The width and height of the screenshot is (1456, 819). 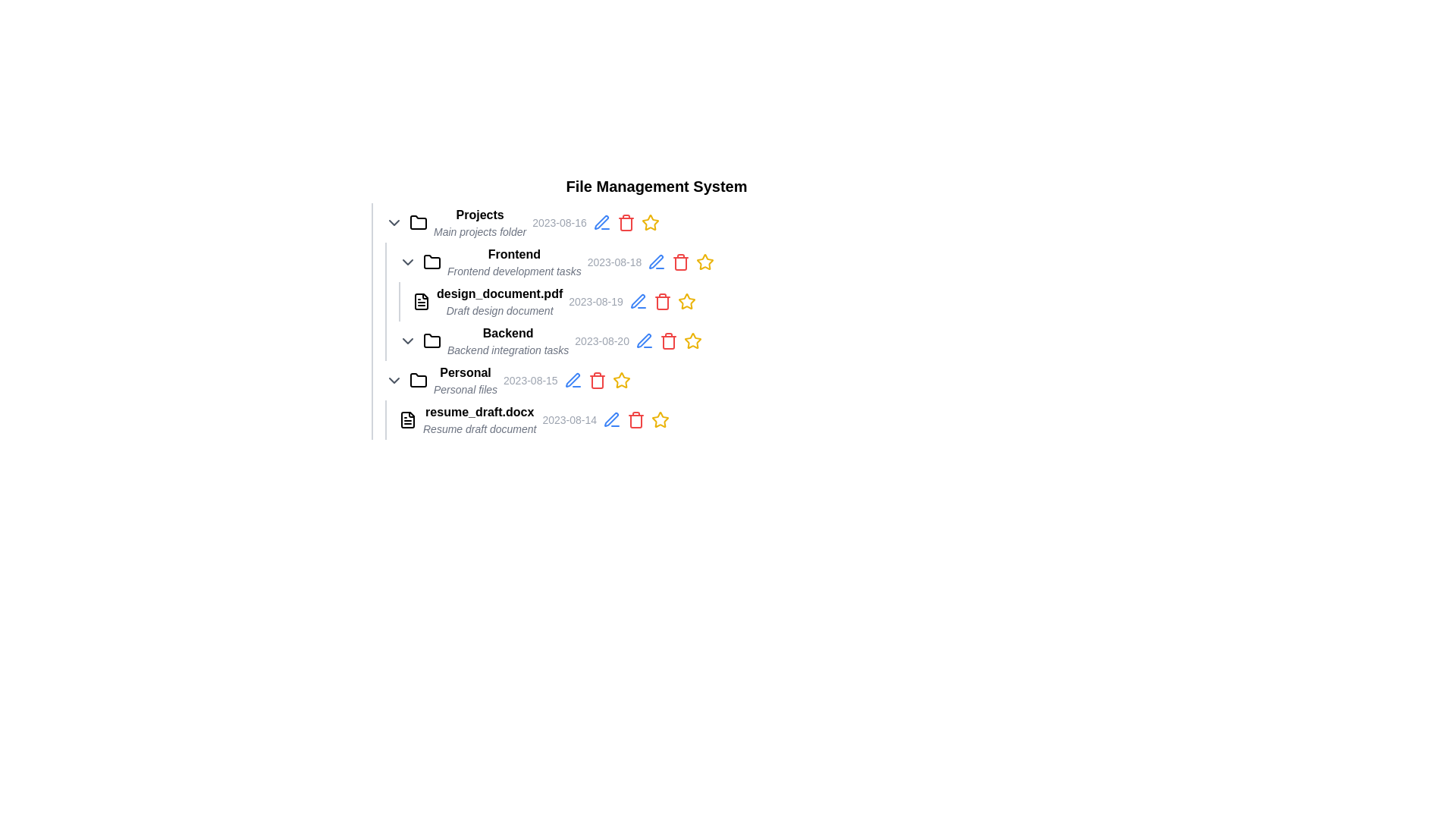 What do you see at coordinates (479, 420) in the screenshot?
I see `the text label titled 'resume_draft.docx' with a description 'Resume draft document'` at bounding box center [479, 420].